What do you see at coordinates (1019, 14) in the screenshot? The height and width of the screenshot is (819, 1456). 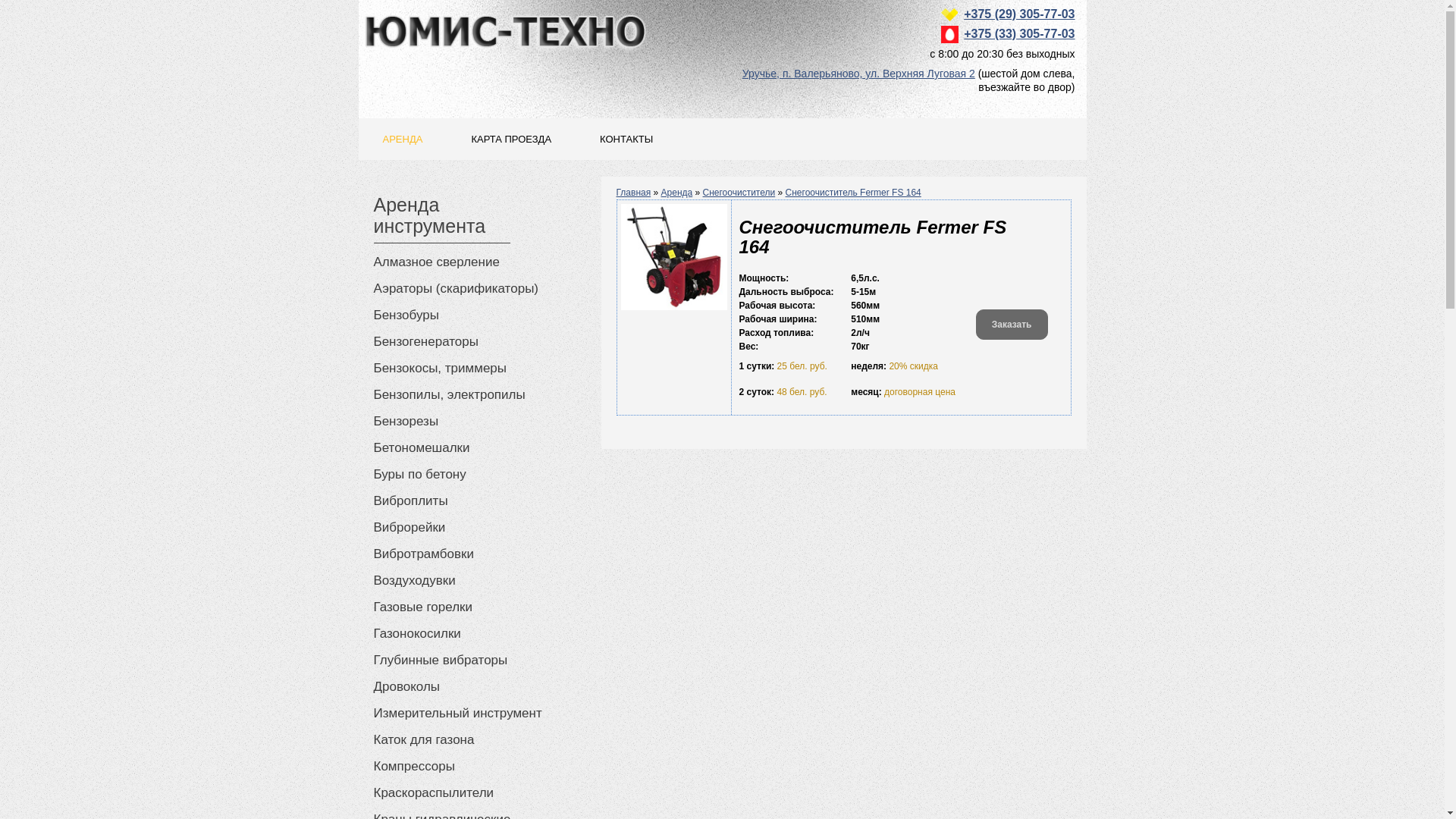 I see `'+375 (29) 305-77-03'` at bounding box center [1019, 14].